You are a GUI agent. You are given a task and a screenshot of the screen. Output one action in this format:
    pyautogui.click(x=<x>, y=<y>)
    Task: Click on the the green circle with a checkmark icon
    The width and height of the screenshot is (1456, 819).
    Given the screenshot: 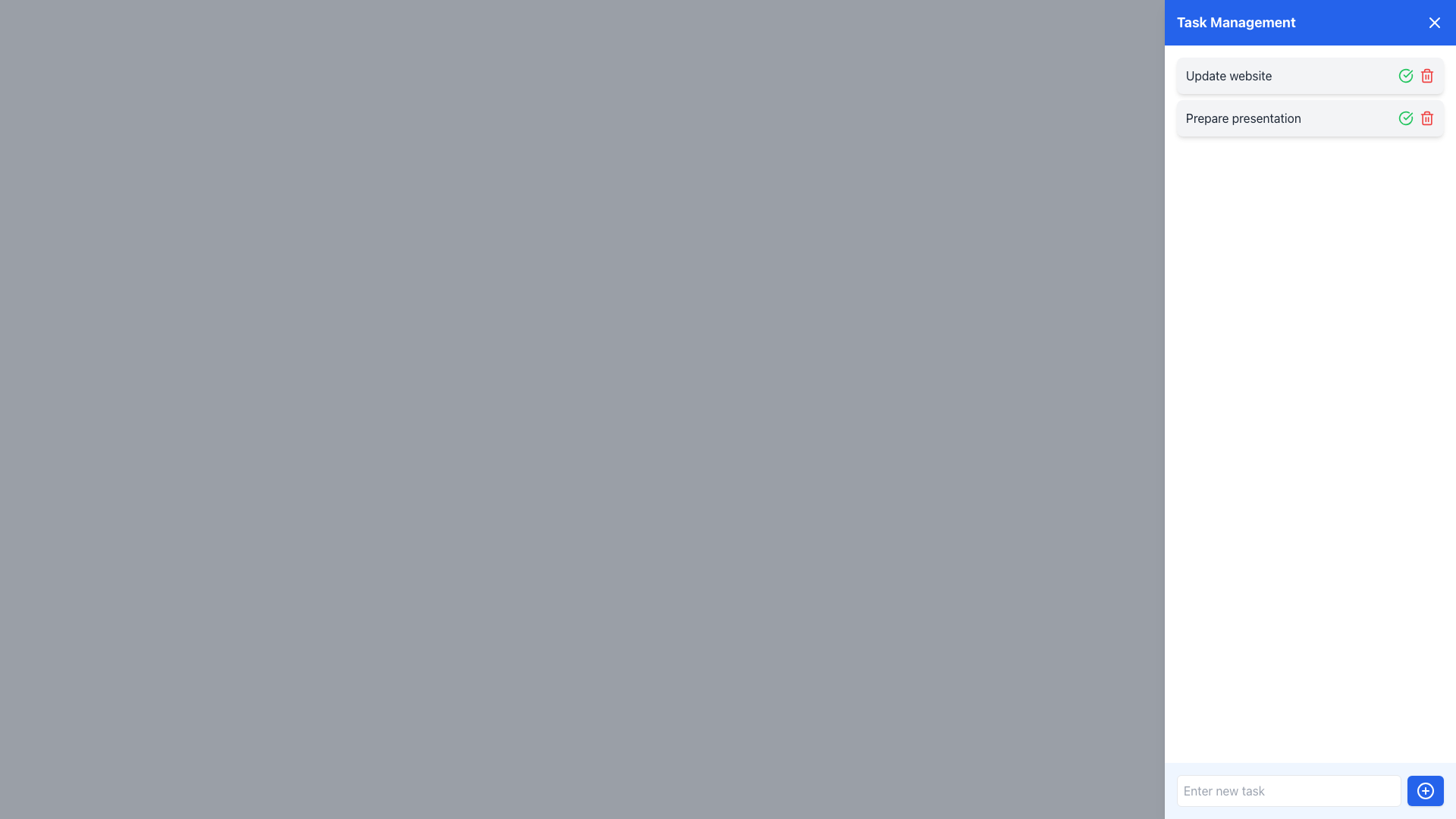 What is the action you would take?
    pyautogui.click(x=1404, y=76)
    